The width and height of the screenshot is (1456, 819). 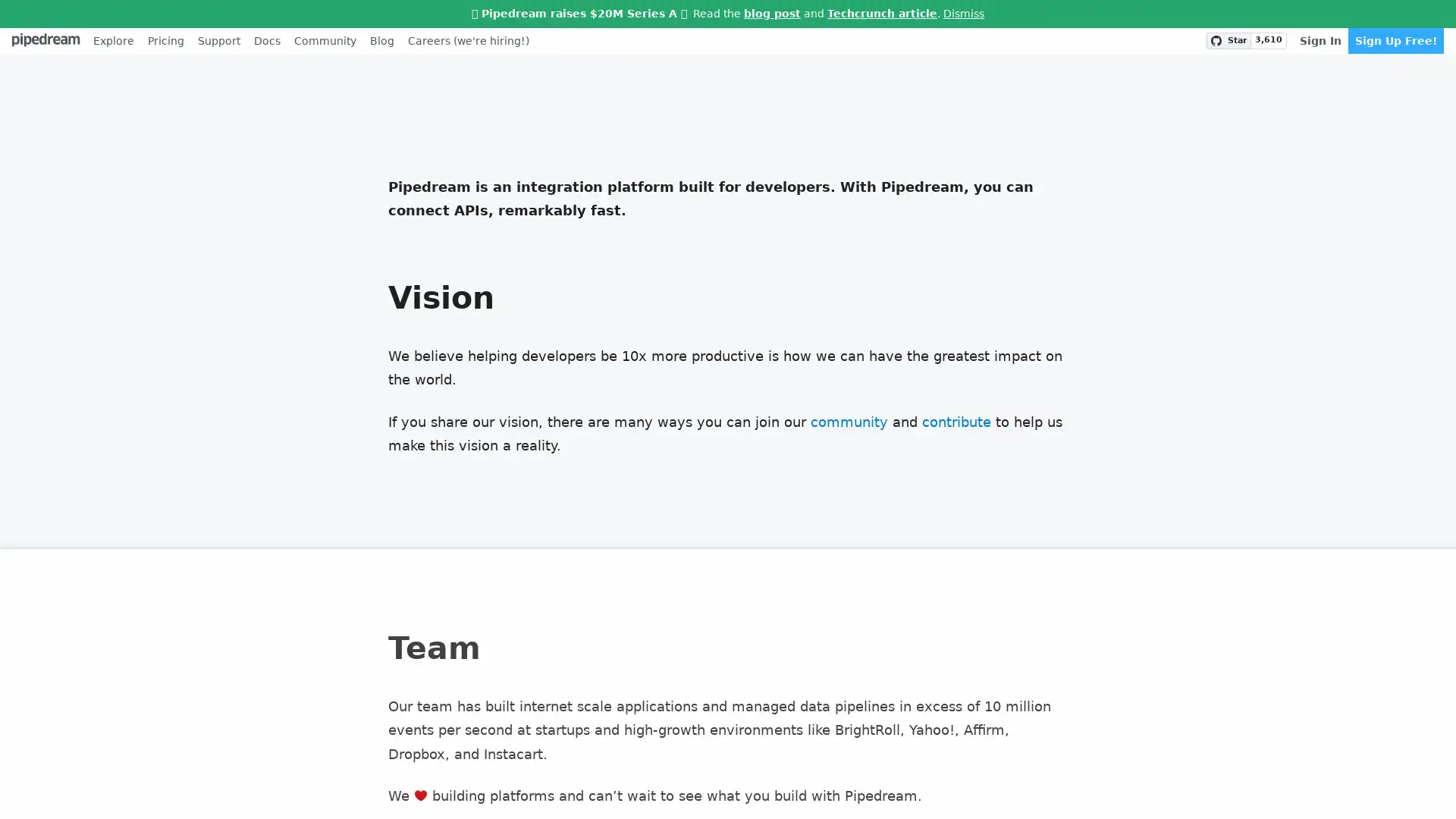 I want to click on Dismiss, so click(x=963, y=14).